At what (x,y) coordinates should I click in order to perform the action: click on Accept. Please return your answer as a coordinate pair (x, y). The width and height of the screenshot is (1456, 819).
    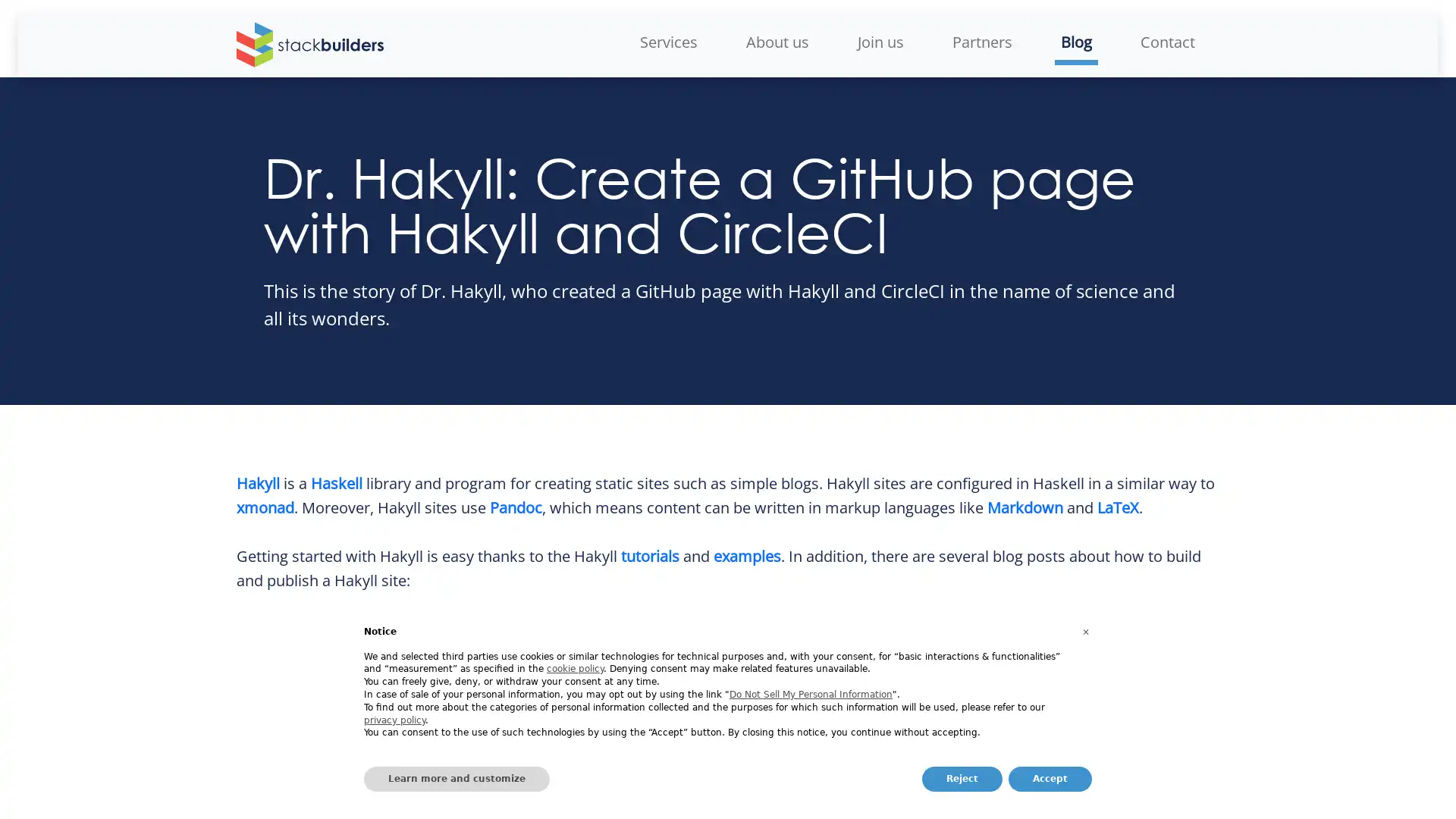
    Looking at the image, I should click on (1050, 779).